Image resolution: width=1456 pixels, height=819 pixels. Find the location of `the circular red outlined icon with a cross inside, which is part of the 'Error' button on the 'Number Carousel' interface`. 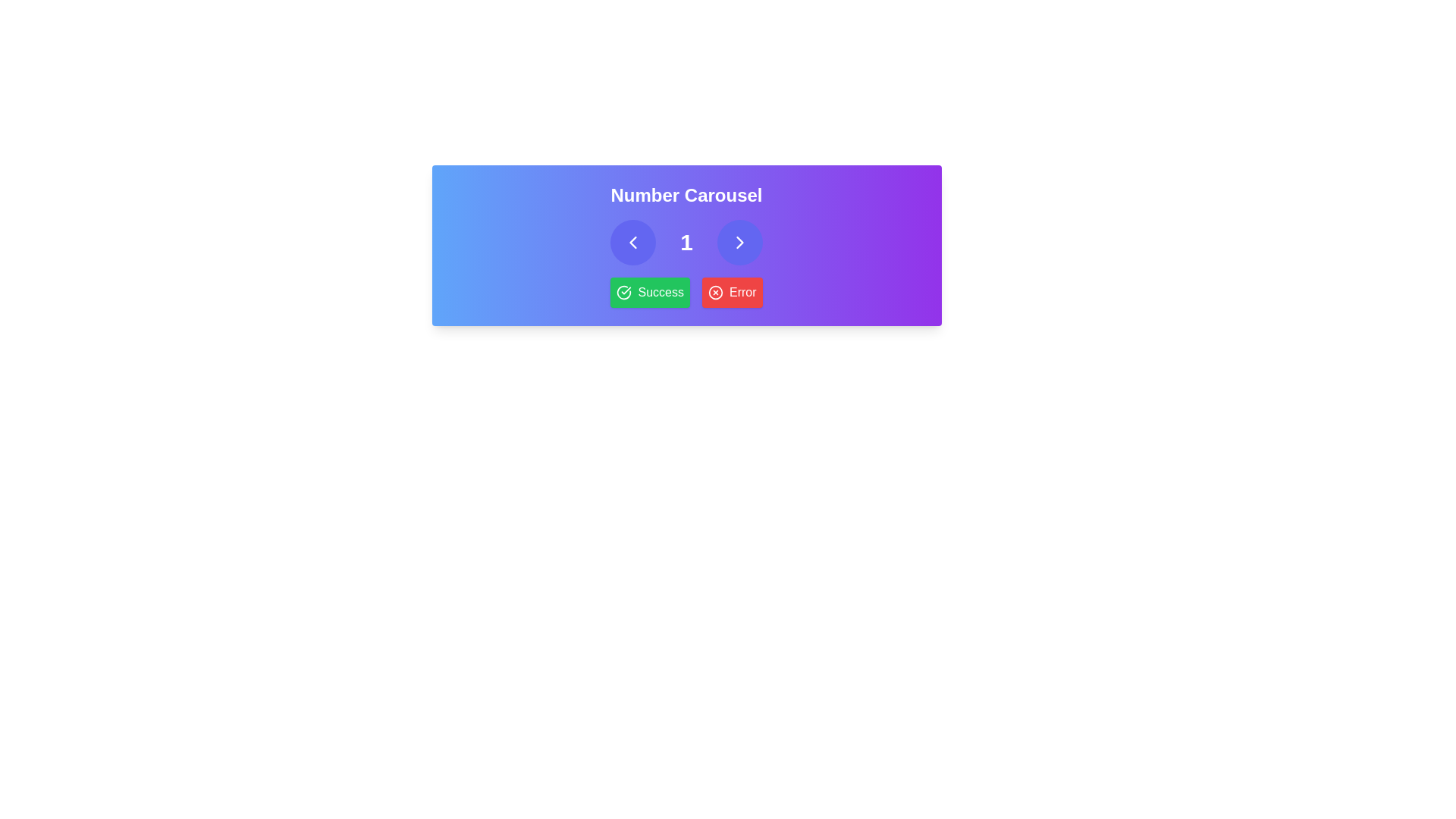

the circular red outlined icon with a cross inside, which is part of the 'Error' button on the 'Number Carousel' interface is located at coordinates (714, 292).